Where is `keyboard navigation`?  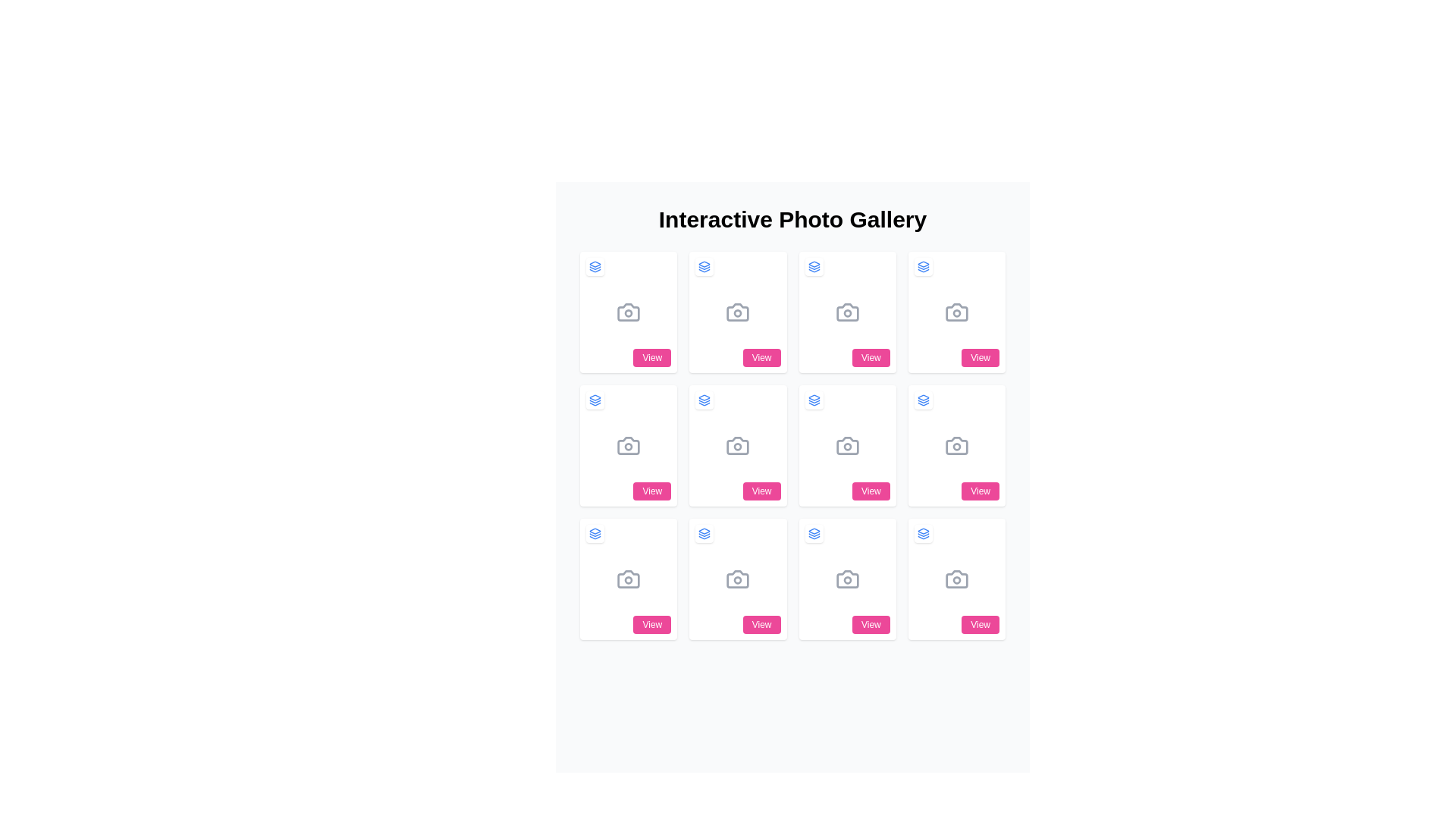 keyboard navigation is located at coordinates (629, 312).